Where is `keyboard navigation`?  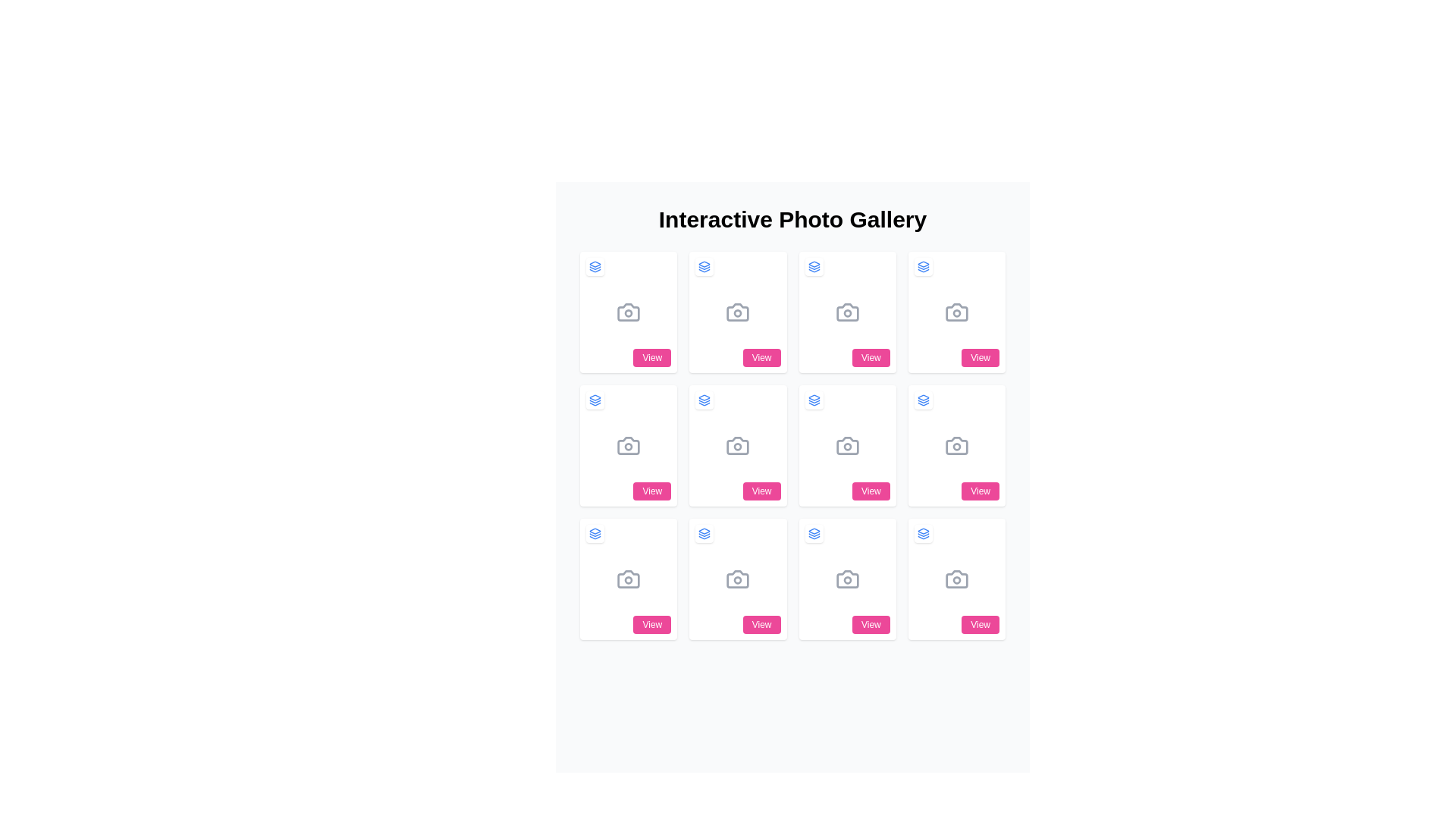 keyboard navigation is located at coordinates (629, 312).